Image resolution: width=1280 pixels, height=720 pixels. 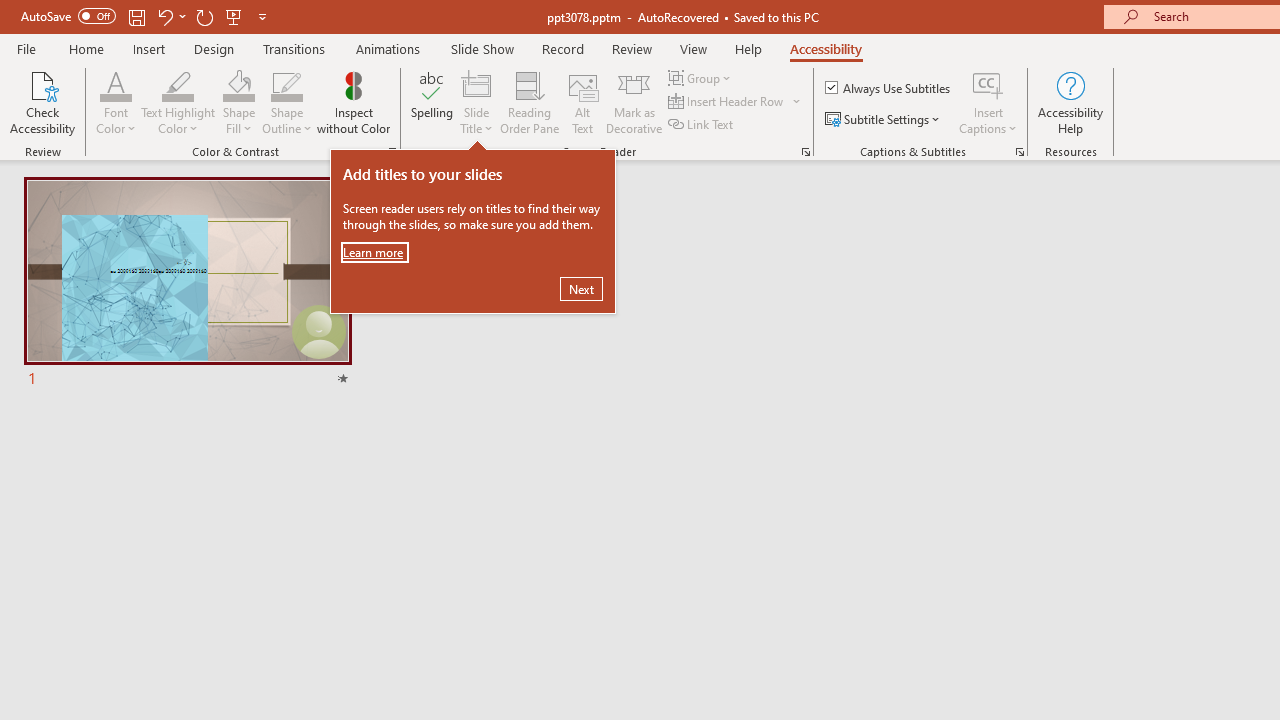 I want to click on 'Insert Header Row', so click(x=726, y=101).